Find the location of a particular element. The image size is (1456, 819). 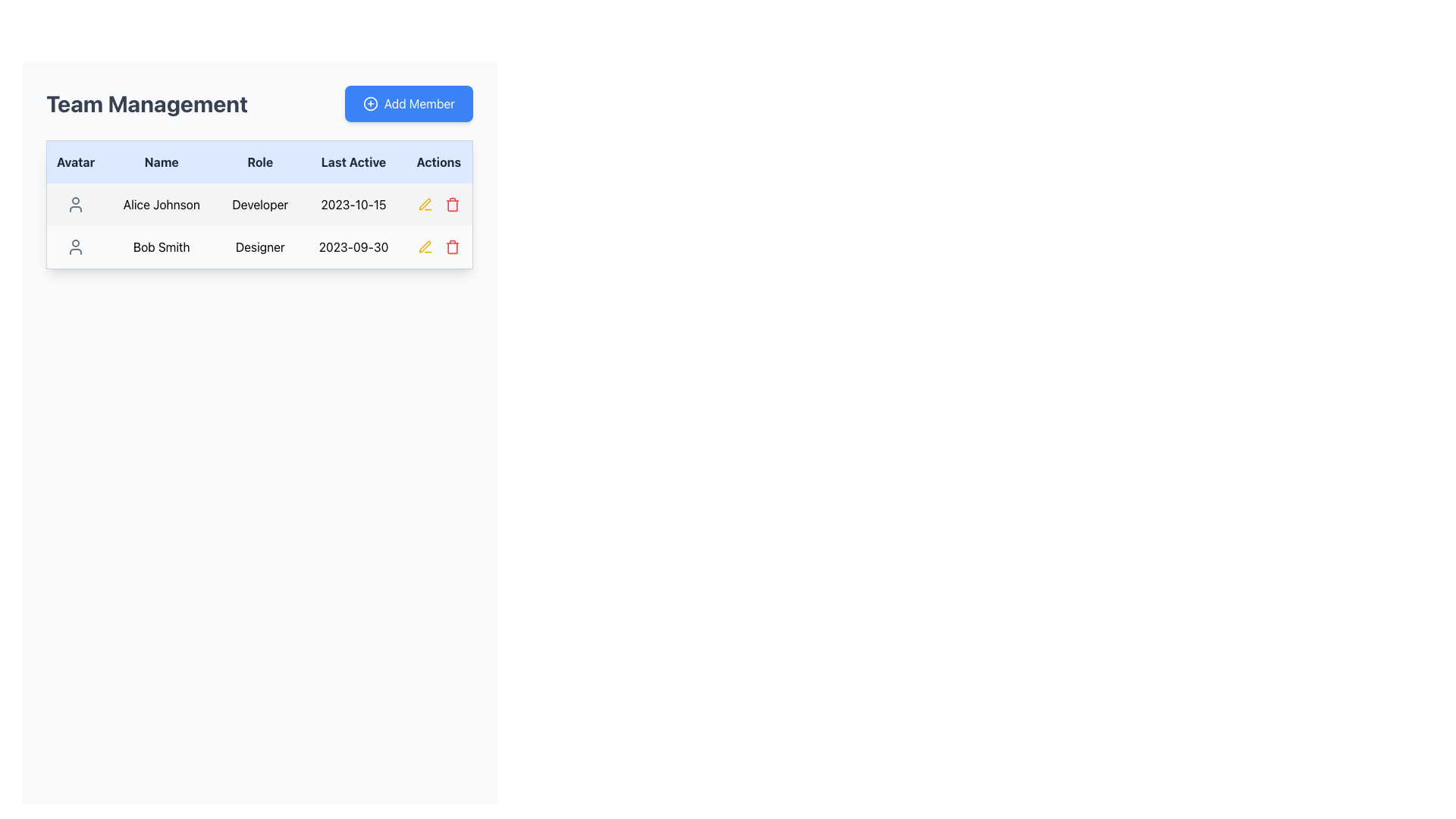

the avatar icon representing 'Bob Smith' in the team management table, which is displayed as a generic user silhouette in a muted gray color, located in the 'Avatar' column is located at coordinates (74, 246).